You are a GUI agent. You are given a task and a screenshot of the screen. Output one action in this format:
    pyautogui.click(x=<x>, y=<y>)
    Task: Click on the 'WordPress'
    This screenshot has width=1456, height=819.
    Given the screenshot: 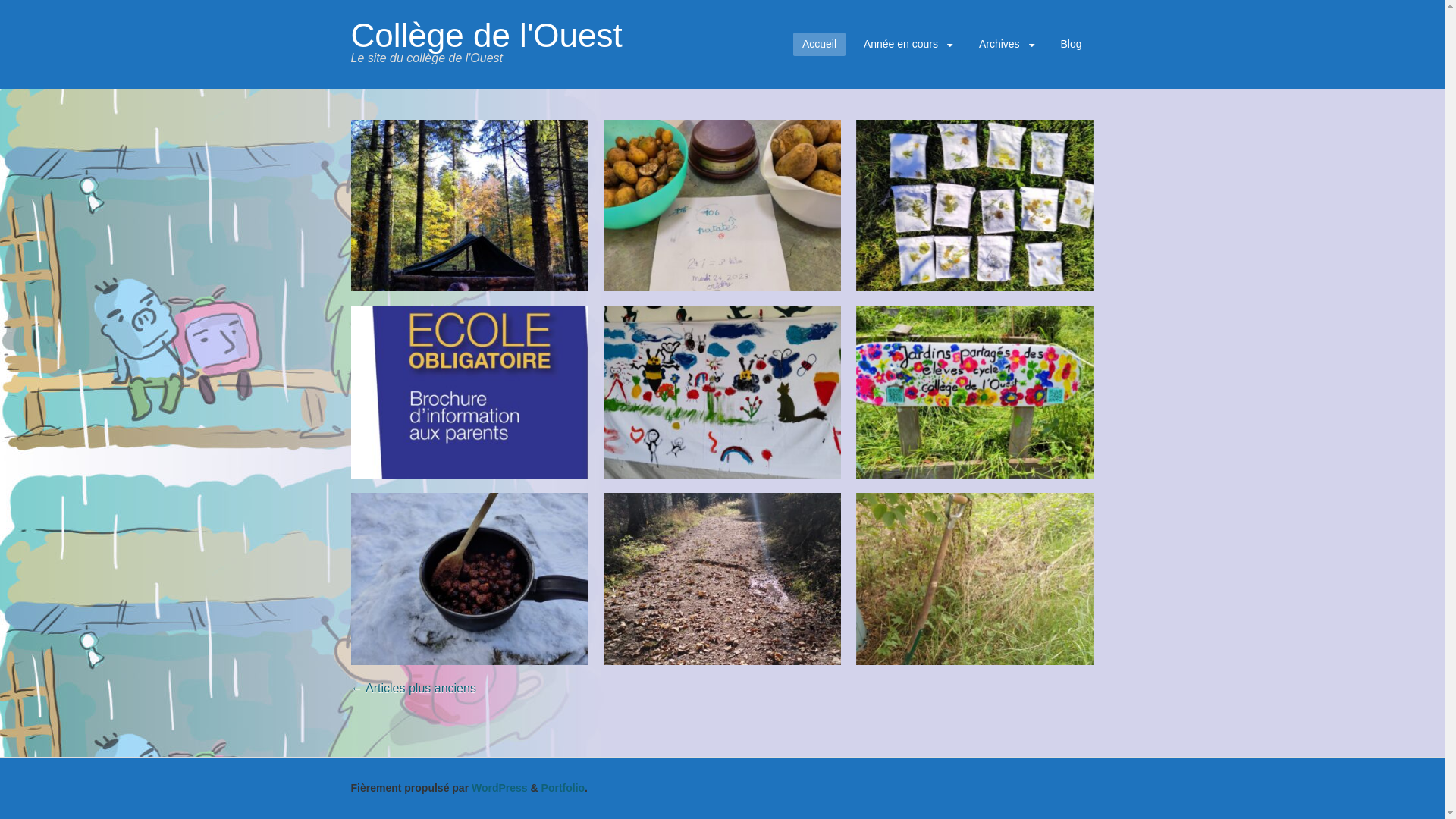 What is the action you would take?
    pyautogui.click(x=499, y=786)
    